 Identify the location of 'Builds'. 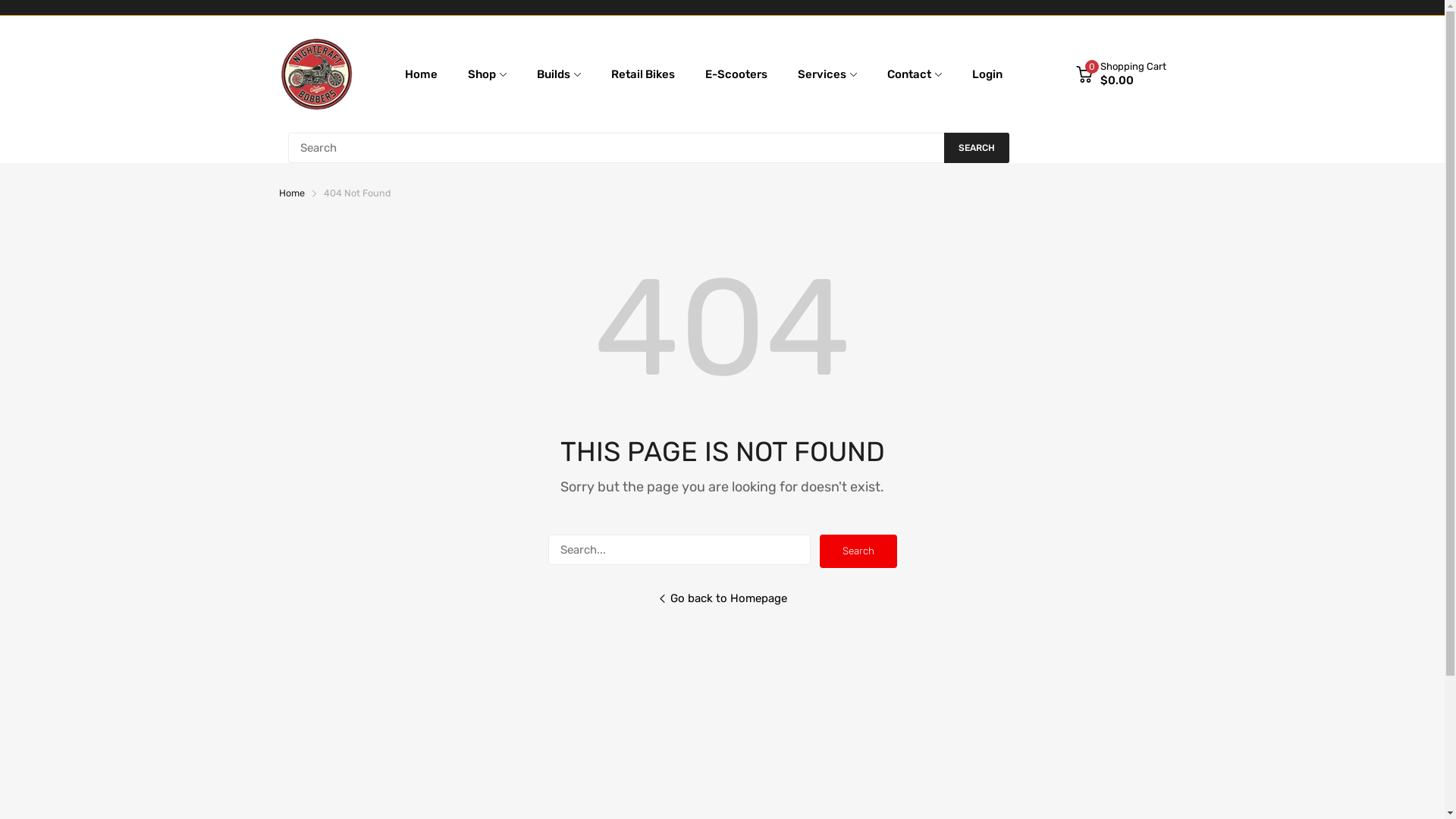
(537, 74).